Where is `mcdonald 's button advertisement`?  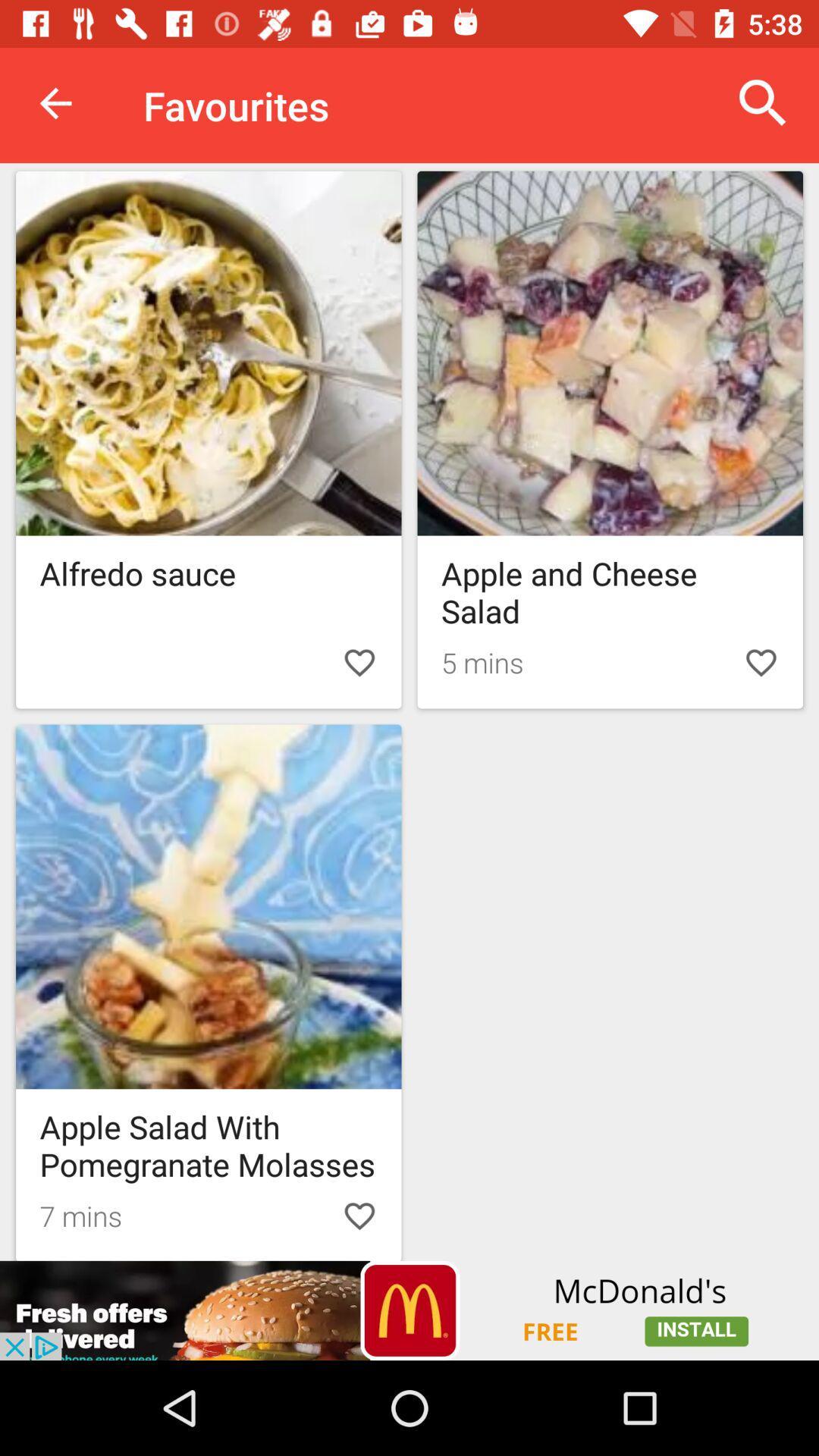 mcdonald 's button advertisement is located at coordinates (409, 1310).